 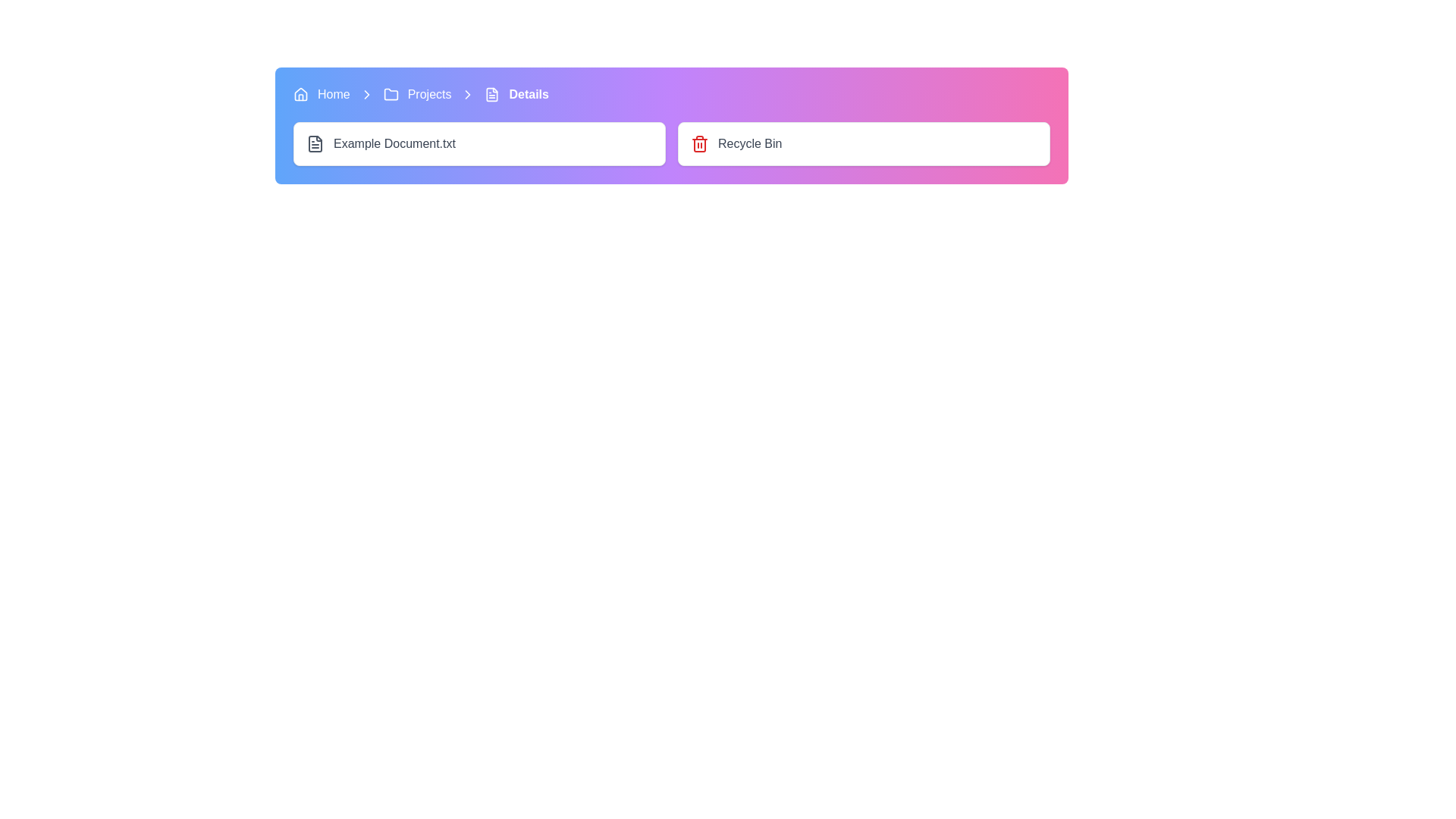 What do you see at coordinates (333, 94) in the screenshot?
I see `the text hyperlink in the breadcrumb navigation bar, located between a house icon and a right-arrow icon` at bounding box center [333, 94].